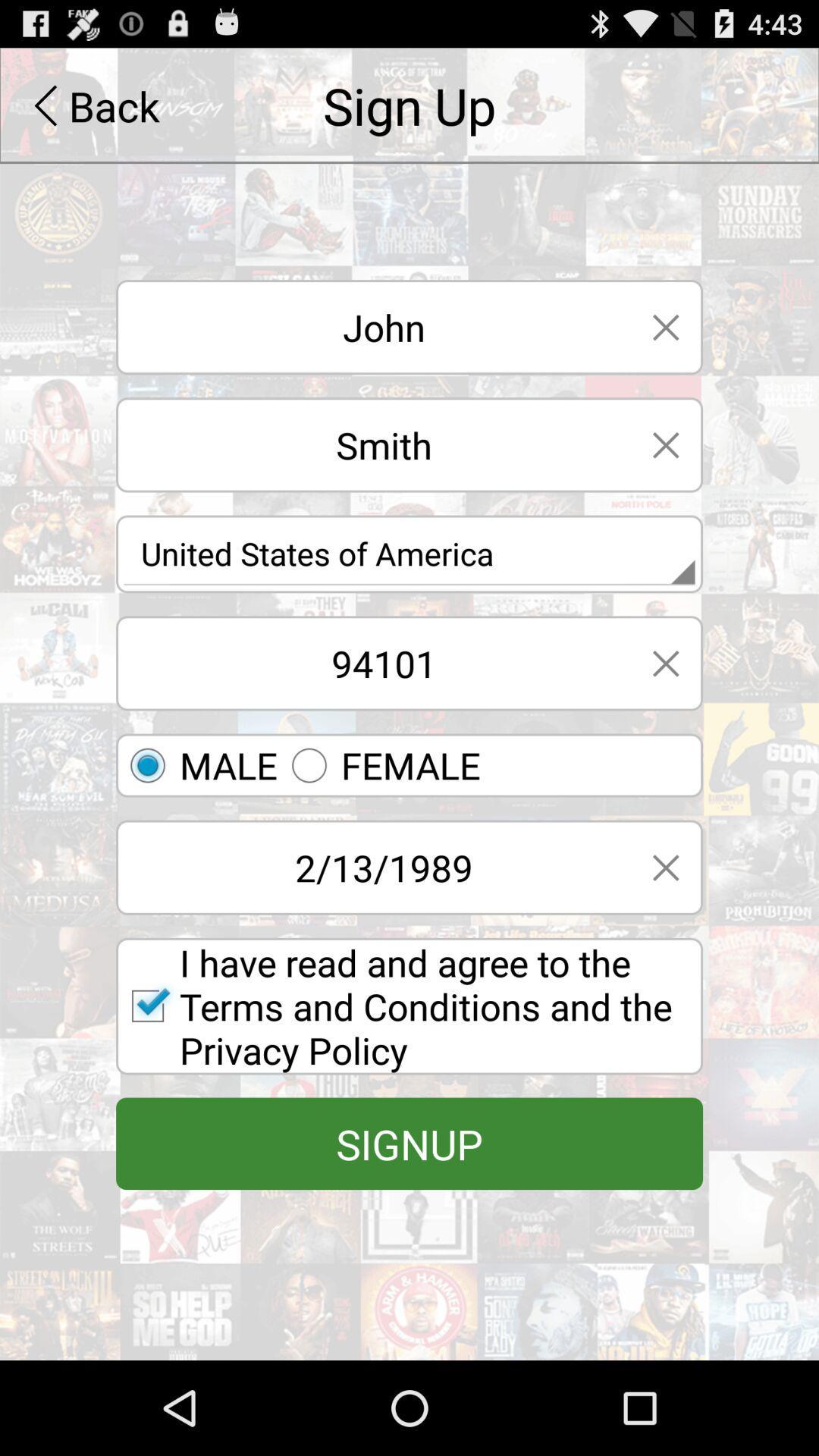  What do you see at coordinates (665, 326) in the screenshot?
I see `option` at bounding box center [665, 326].